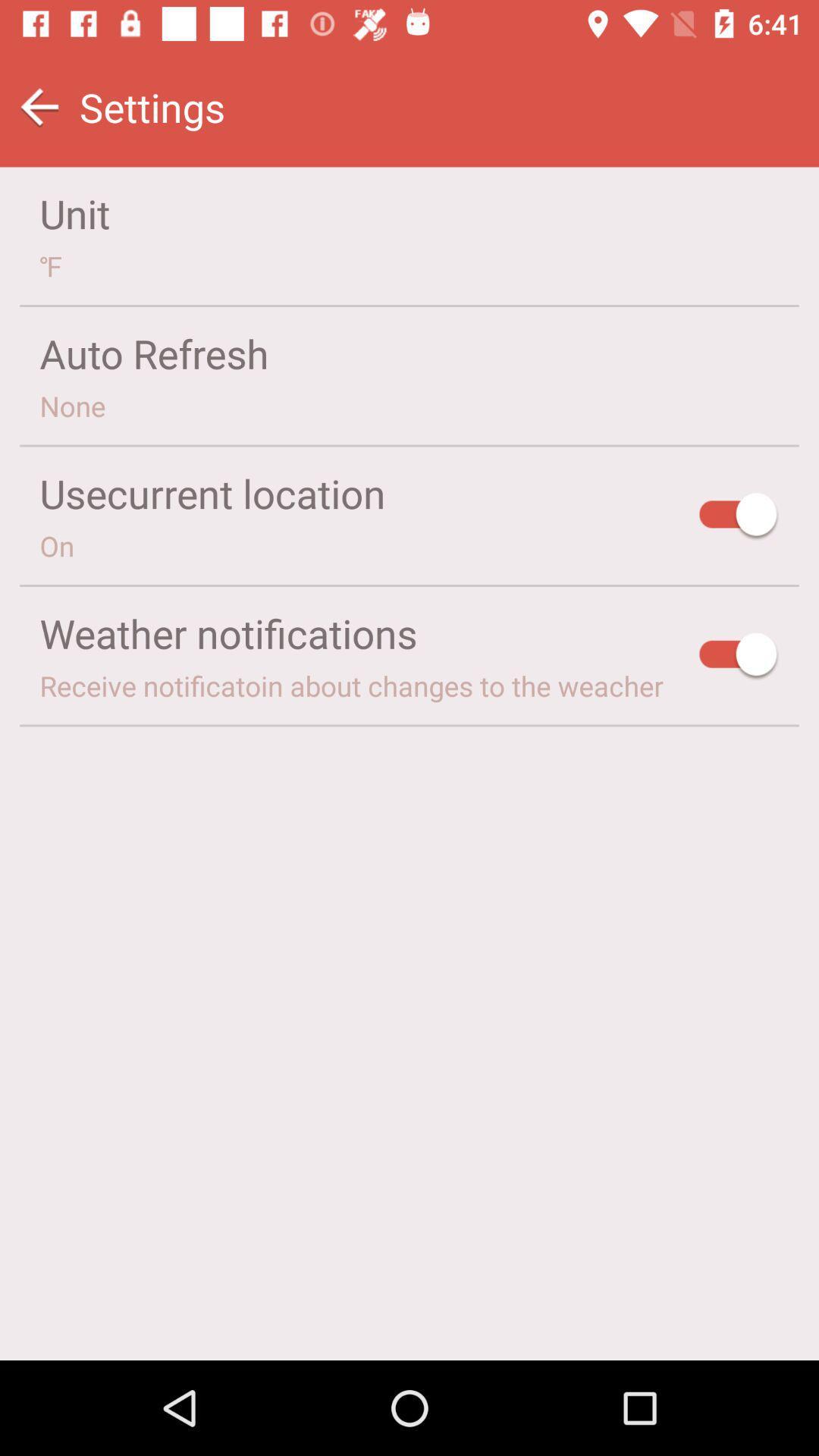  Describe the element at coordinates (39, 106) in the screenshot. I see `item to the left of the settings item` at that location.